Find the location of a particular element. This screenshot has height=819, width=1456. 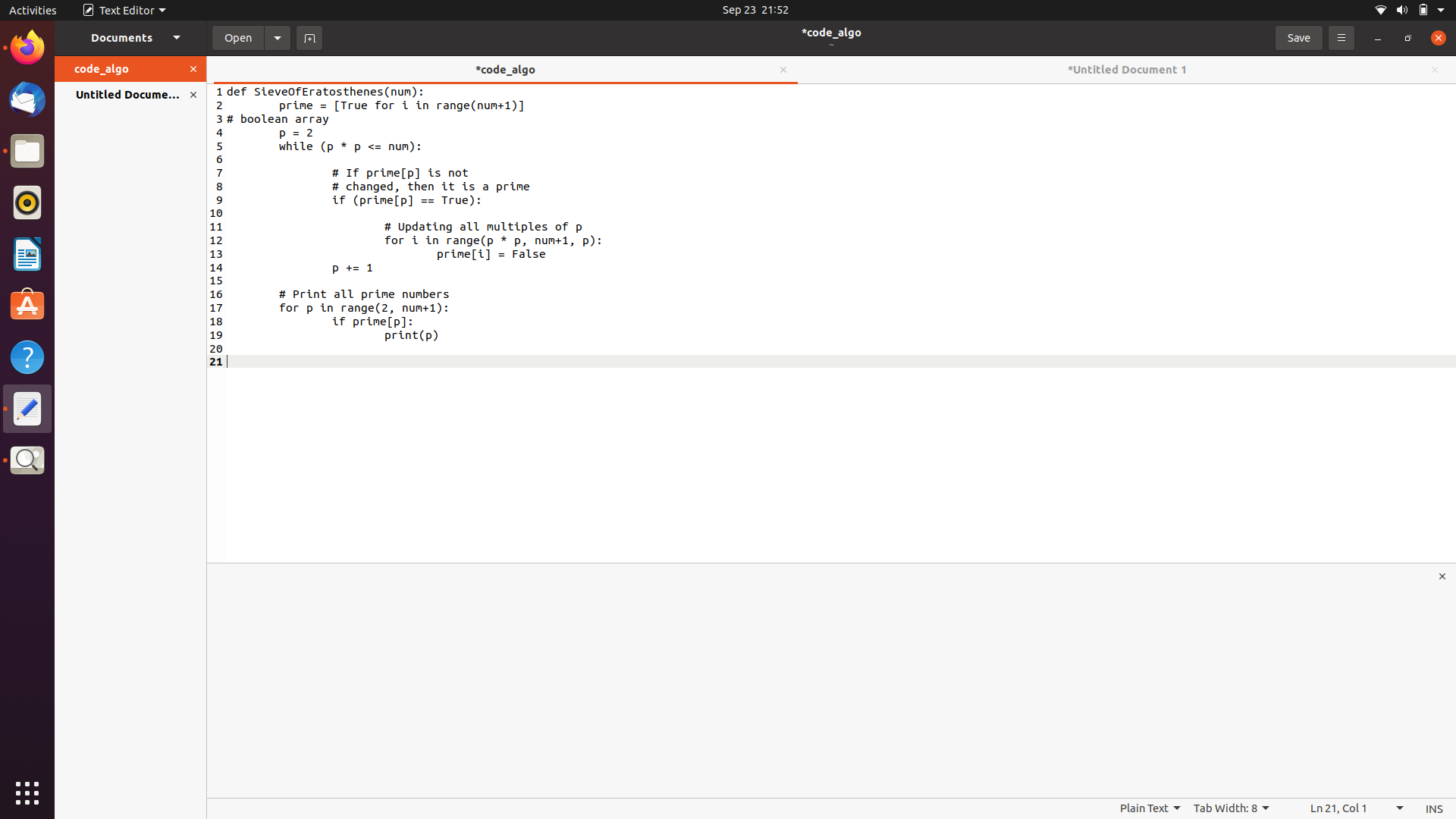

Shut down the code_algo file in the orange interface is located at coordinates (195, 70).